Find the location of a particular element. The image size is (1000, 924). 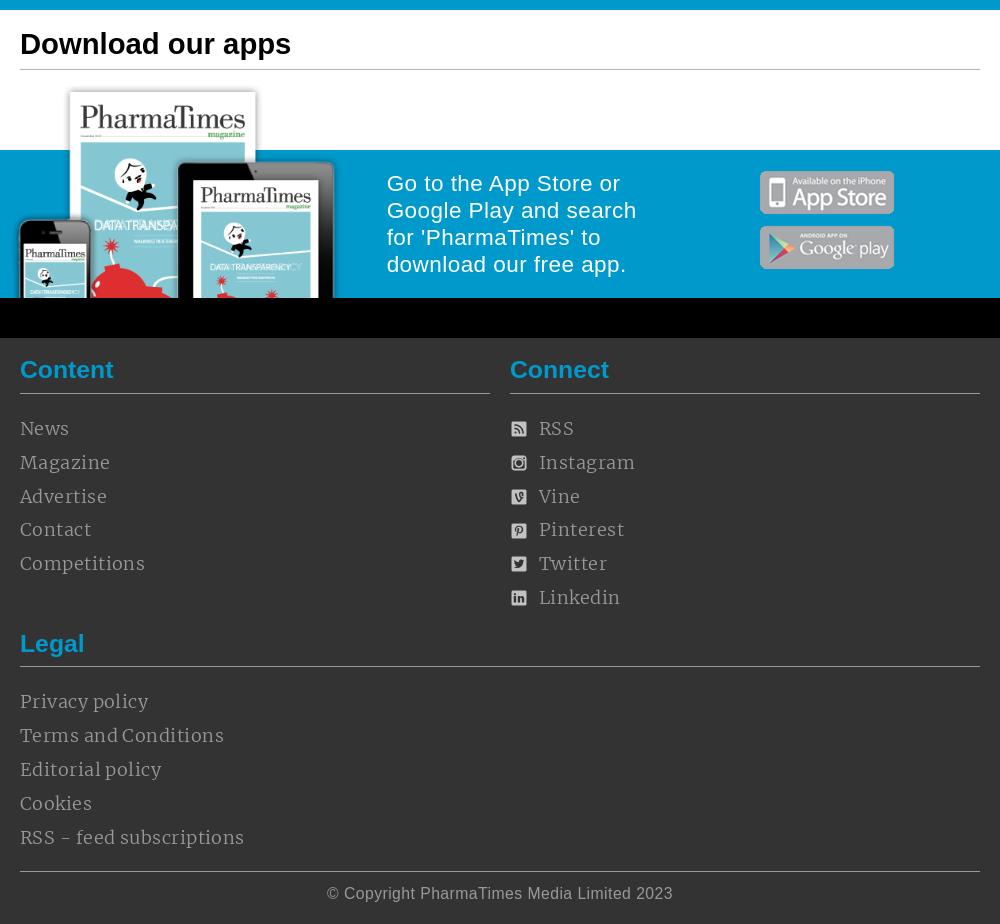

'News' is located at coordinates (44, 428).